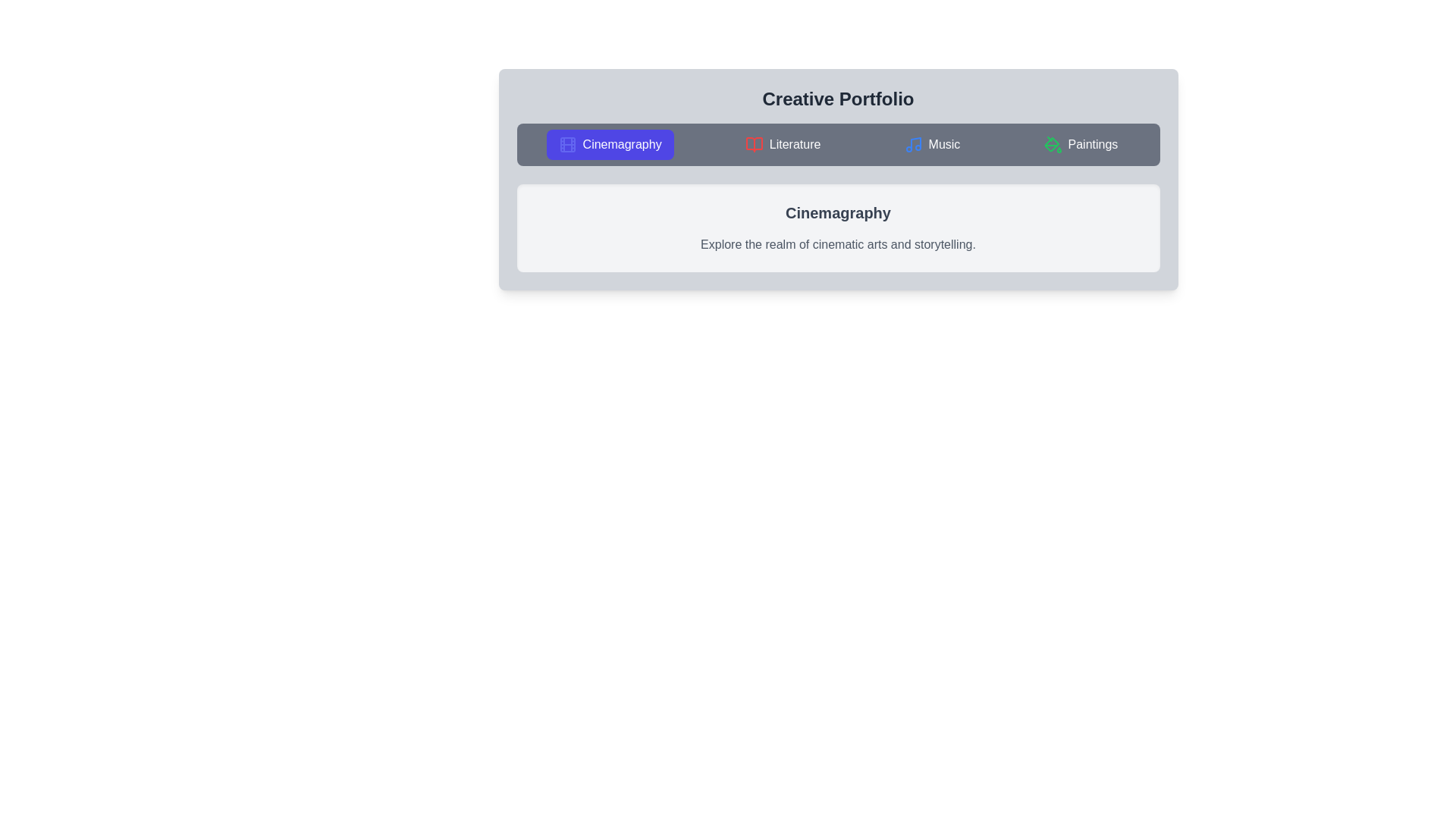 This screenshot has height=819, width=1456. What do you see at coordinates (783, 145) in the screenshot?
I see `the tab labeled Literature to activate it` at bounding box center [783, 145].